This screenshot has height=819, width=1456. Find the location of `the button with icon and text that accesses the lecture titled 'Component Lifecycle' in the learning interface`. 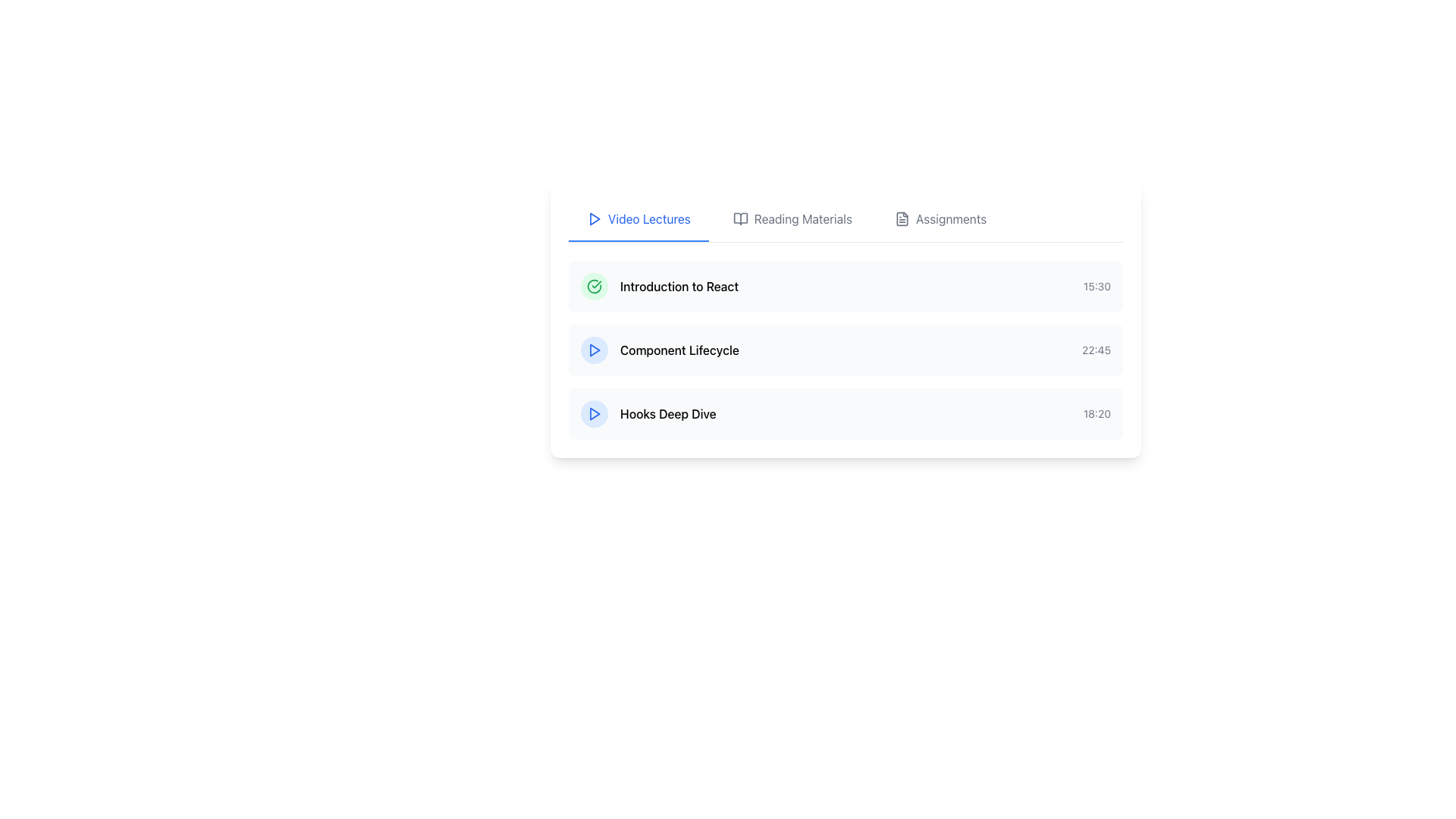

the button with icon and text that accesses the lecture titled 'Component Lifecycle' in the learning interface is located at coordinates (660, 350).